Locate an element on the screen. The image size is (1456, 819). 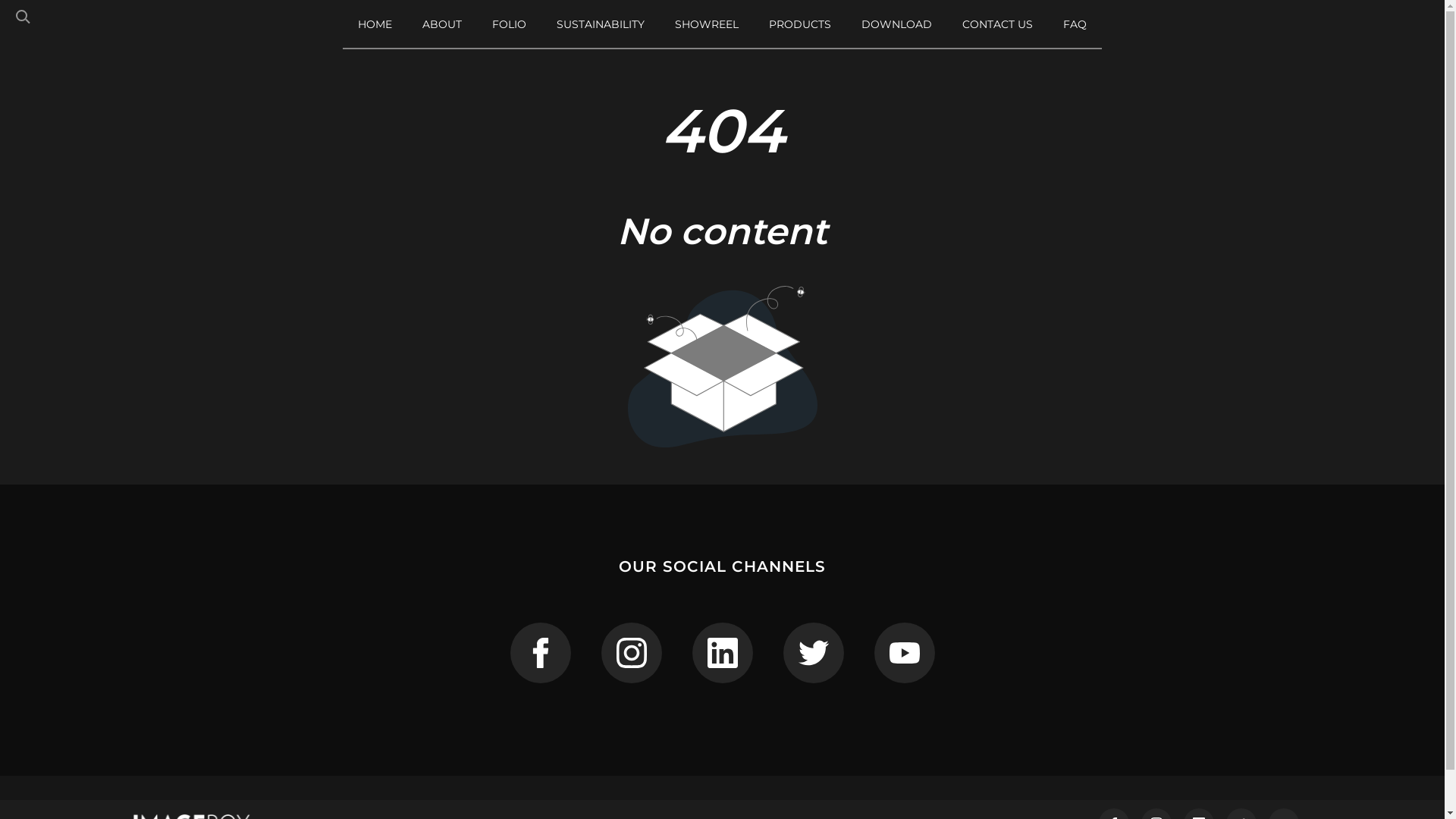
'ImageBox on Youtube' is located at coordinates (903, 651).